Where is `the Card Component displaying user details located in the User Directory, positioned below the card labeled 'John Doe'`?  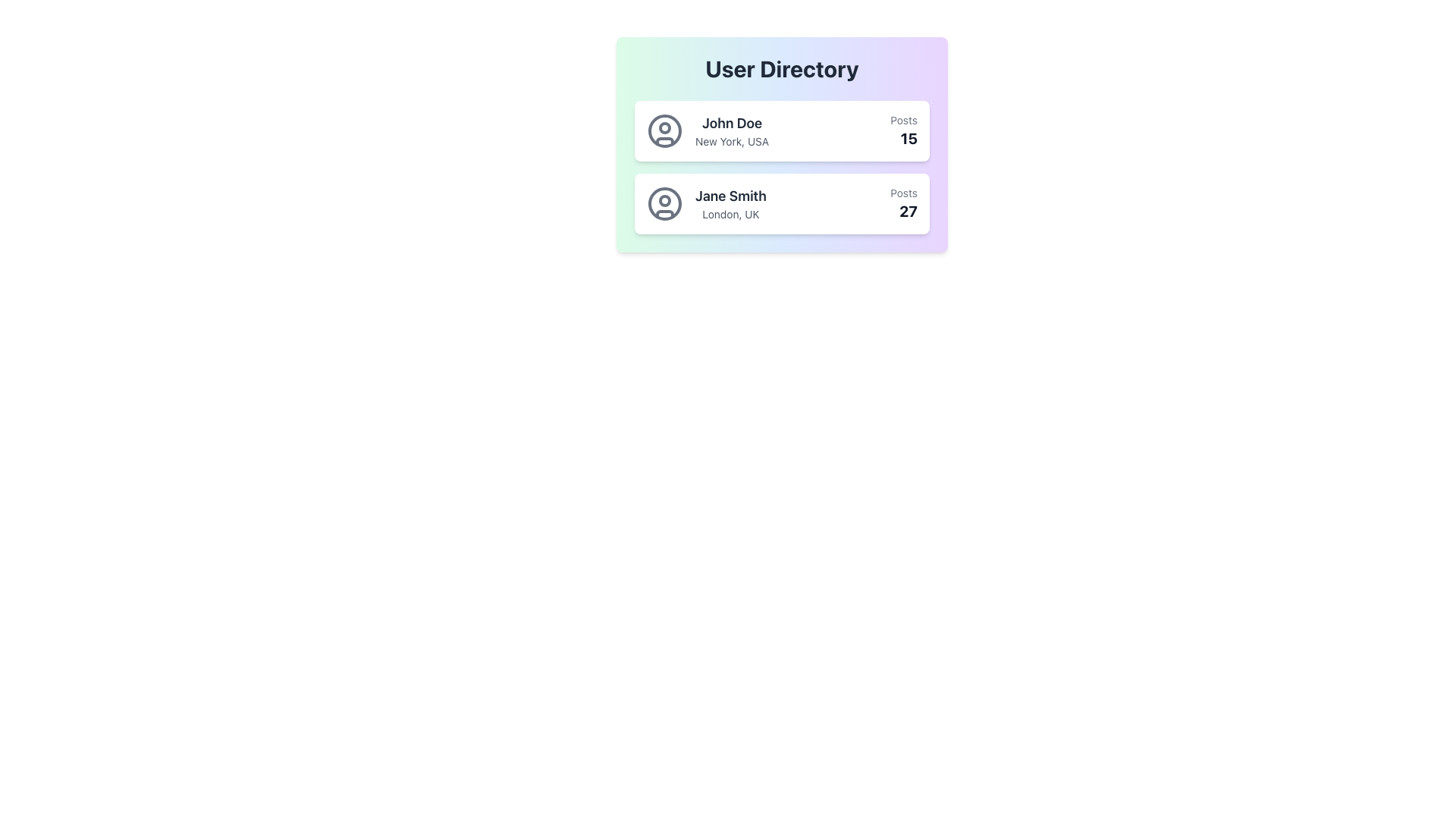
the Card Component displaying user details located in the User Directory, positioned below the card labeled 'John Doe' is located at coordinates (782, 203).